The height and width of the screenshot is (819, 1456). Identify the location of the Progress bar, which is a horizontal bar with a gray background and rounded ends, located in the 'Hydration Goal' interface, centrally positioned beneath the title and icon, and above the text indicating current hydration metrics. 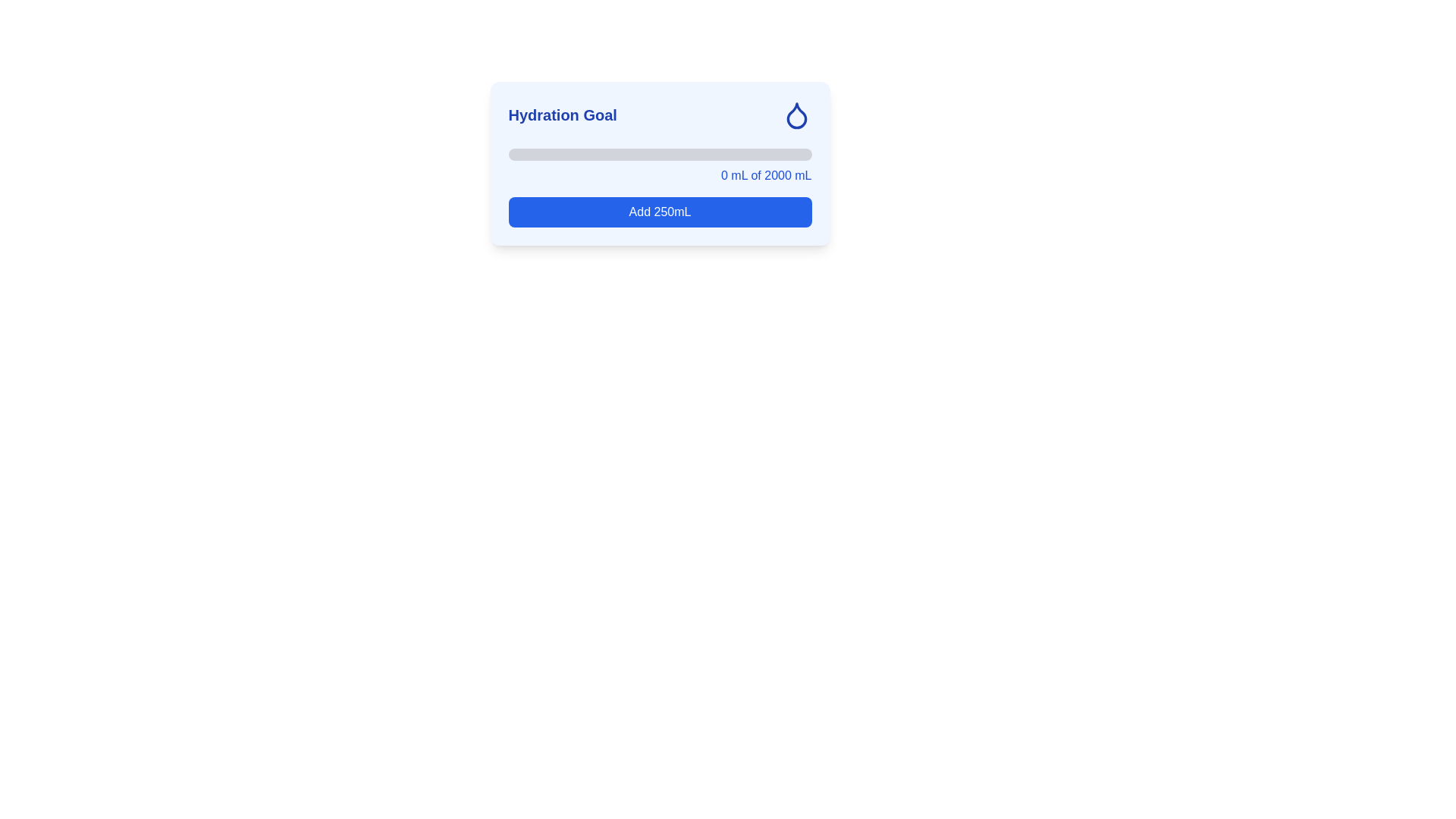
(660, 155).